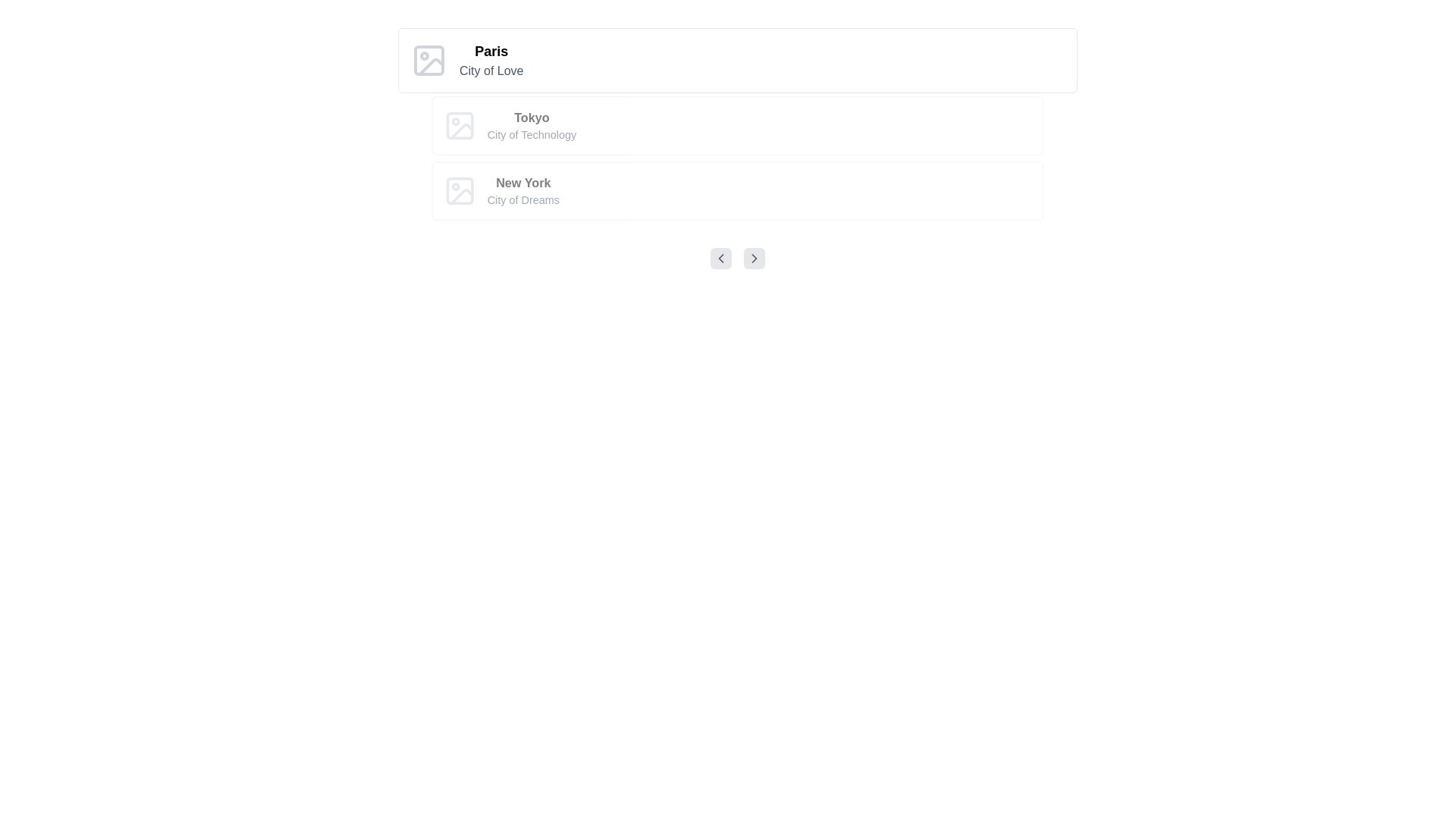 This screenshot has width=1456, height=819. Describe the element at coordinates (428, 60) in the screenshot. I see `the decorative rectangle element within the SVG format that represents the image placeholder for 'Paris - City of Love'` at that location.